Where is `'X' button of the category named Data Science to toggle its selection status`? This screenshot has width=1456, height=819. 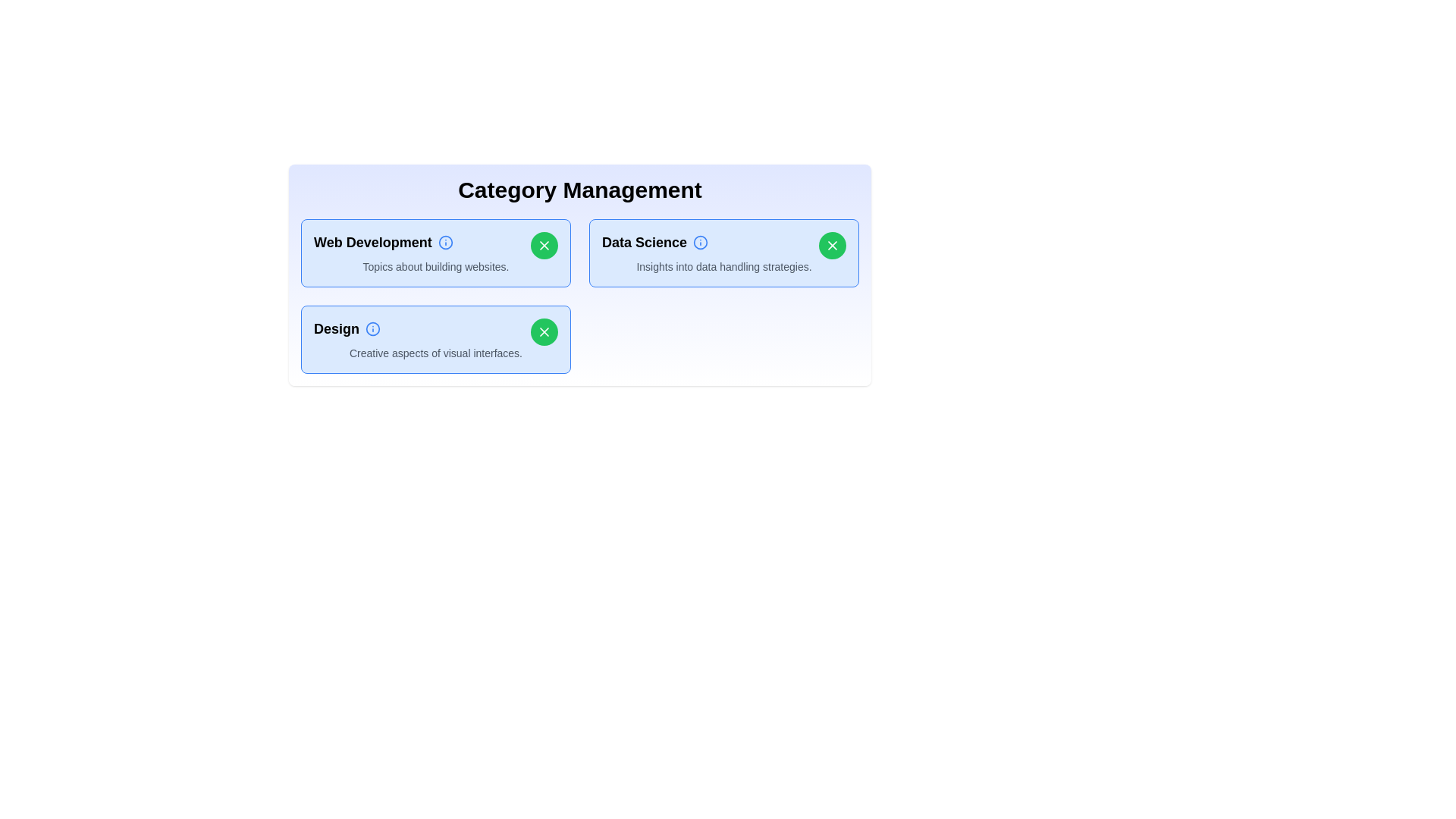 'X' button of the category named Data Science to toggle its selection status is located at coordinates (832, 245).